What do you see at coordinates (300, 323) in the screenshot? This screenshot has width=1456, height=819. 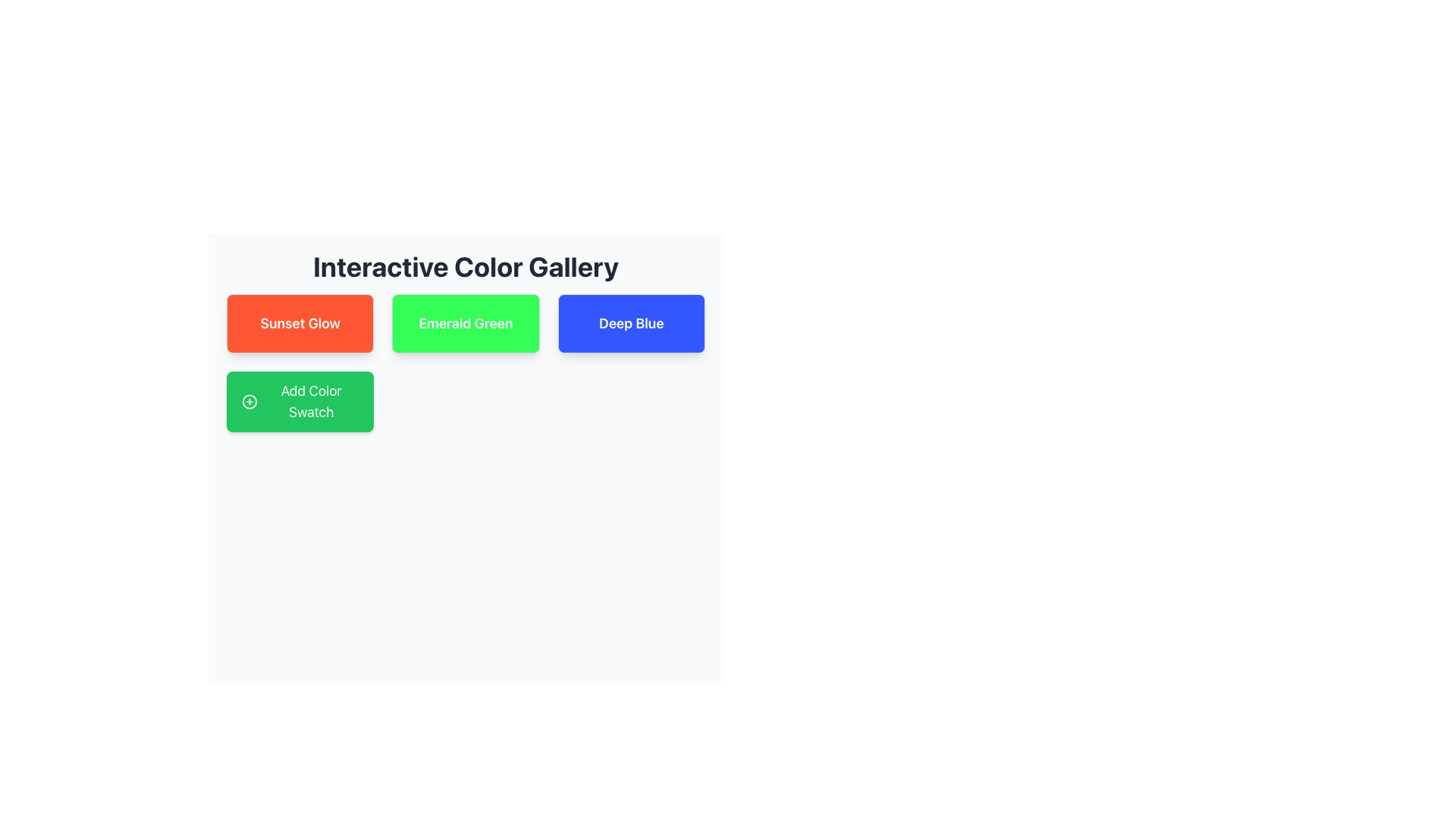 I see `the TextDisplay element with the vibrant orange background that displays 'Sunset Glow' in bold white font, located in the top-left corner of the grid layout` at bounding box center [300, 323].